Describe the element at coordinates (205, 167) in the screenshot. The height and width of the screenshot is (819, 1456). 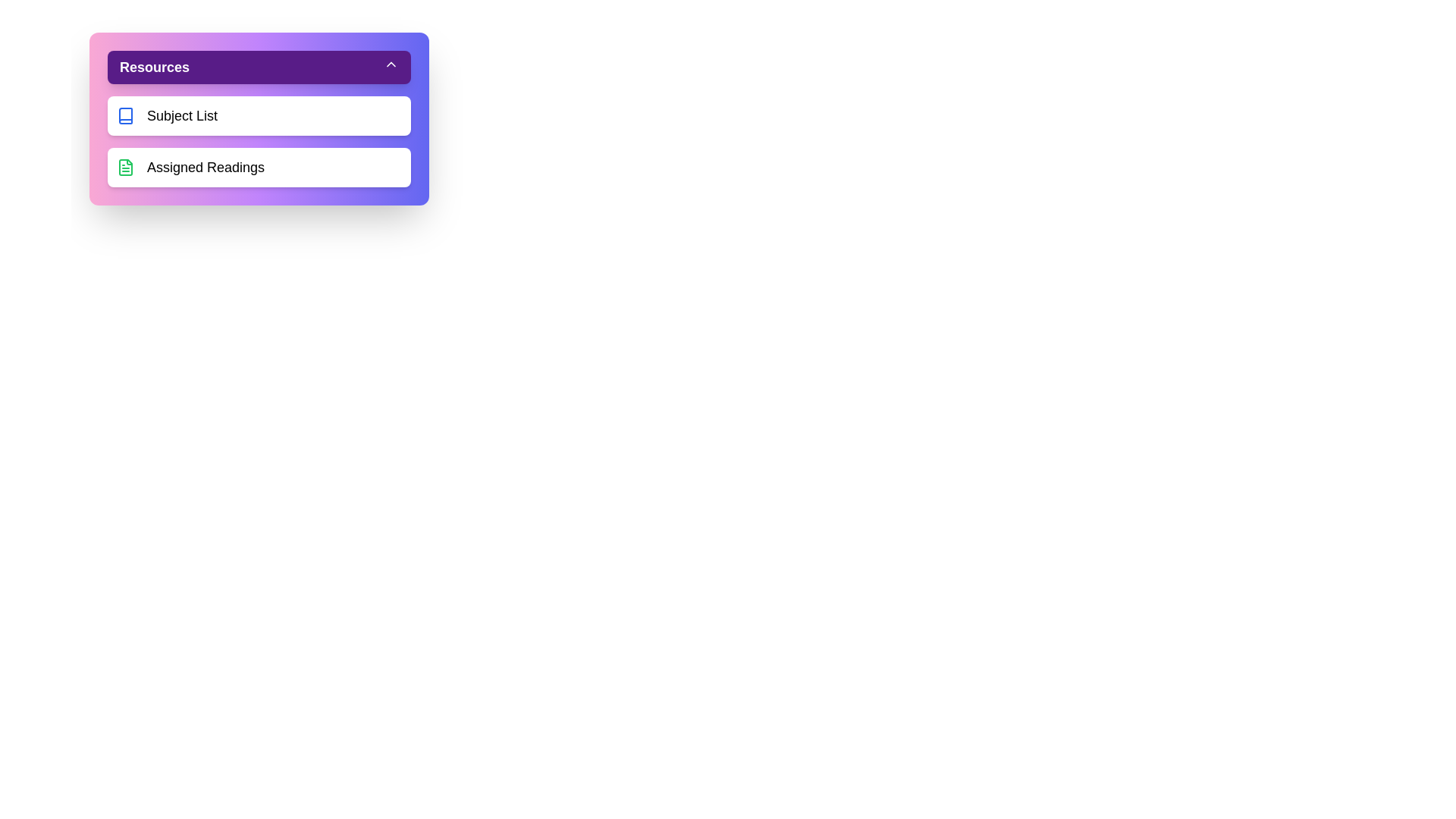
I see `the text label that indicates assigned readings, positioned at the bottom of the card structure next to an icon` at that location.